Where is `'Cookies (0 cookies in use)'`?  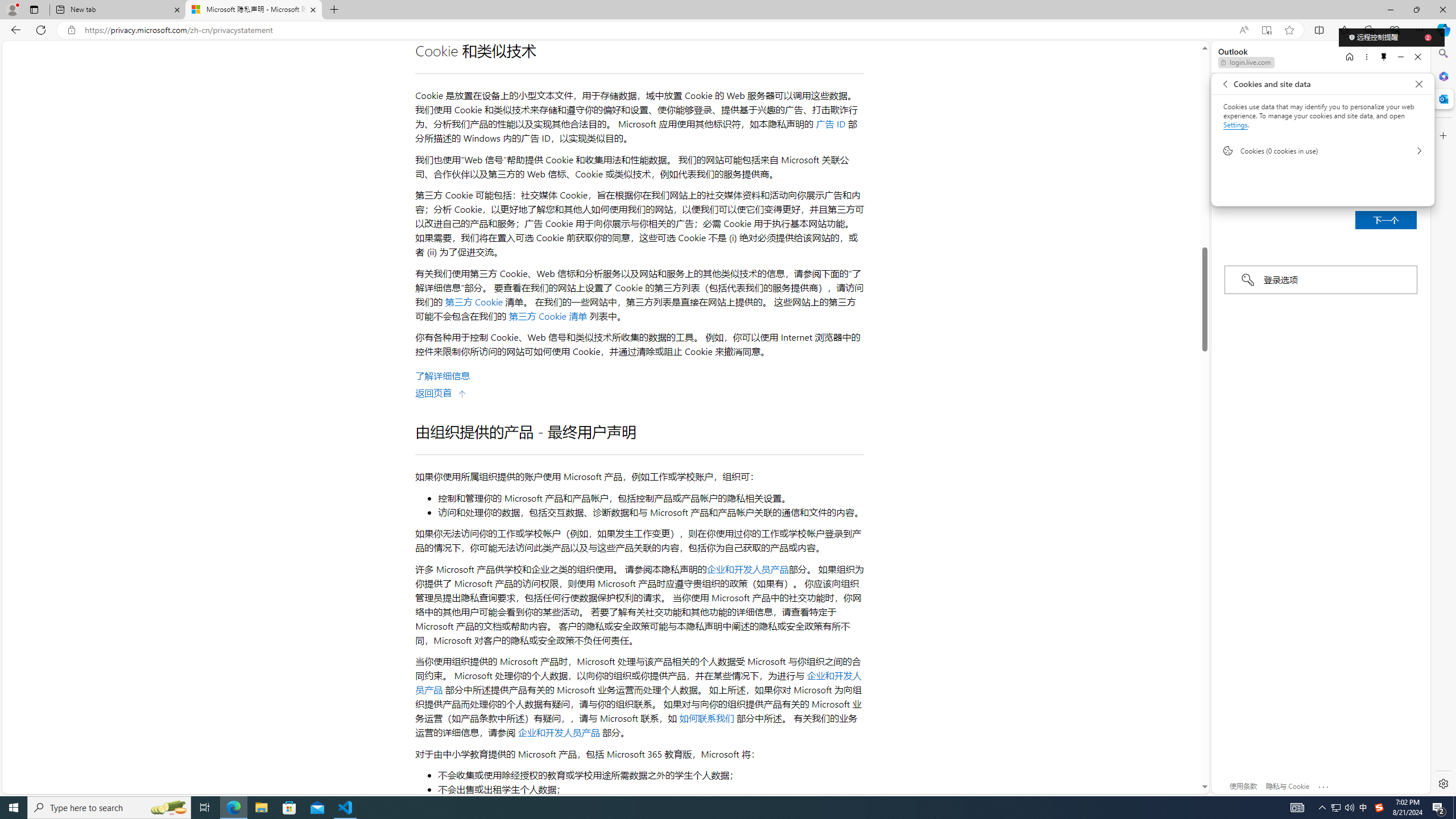
'Cookies (0 cookies in use)' is located at coordinates (1322, 150).